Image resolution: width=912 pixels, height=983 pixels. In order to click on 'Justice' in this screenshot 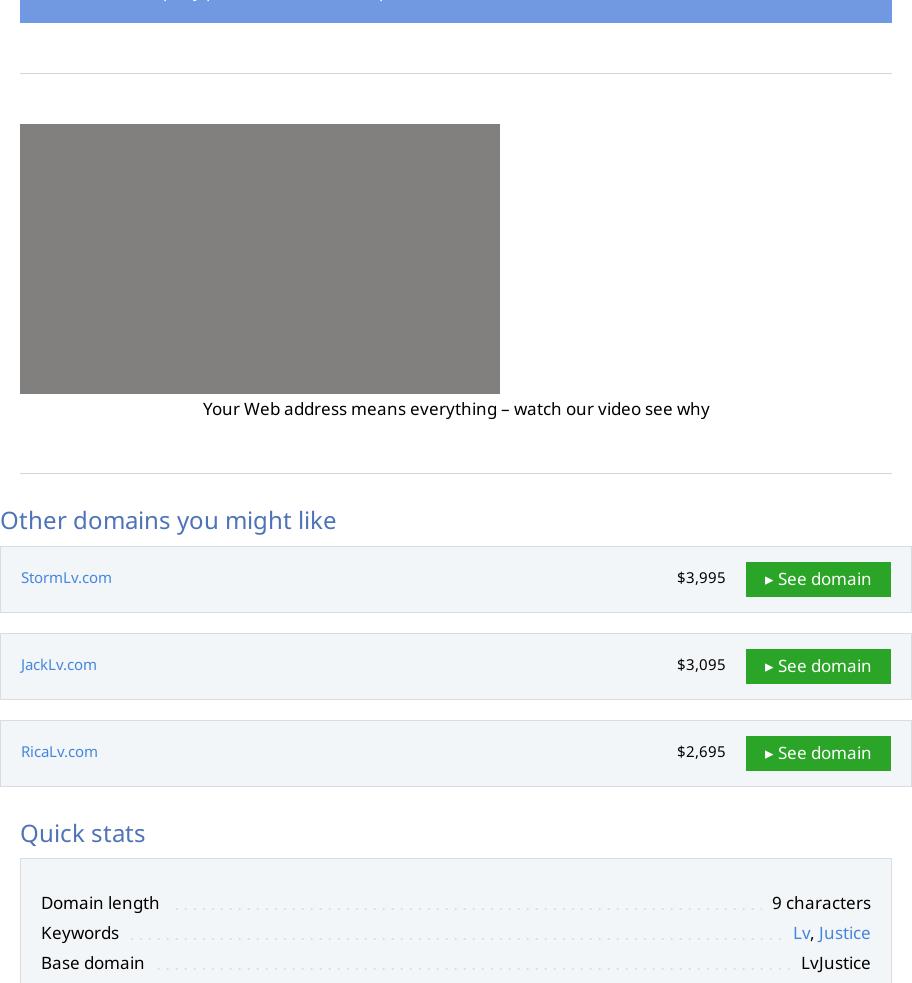, I will do `click(844, 932)`.